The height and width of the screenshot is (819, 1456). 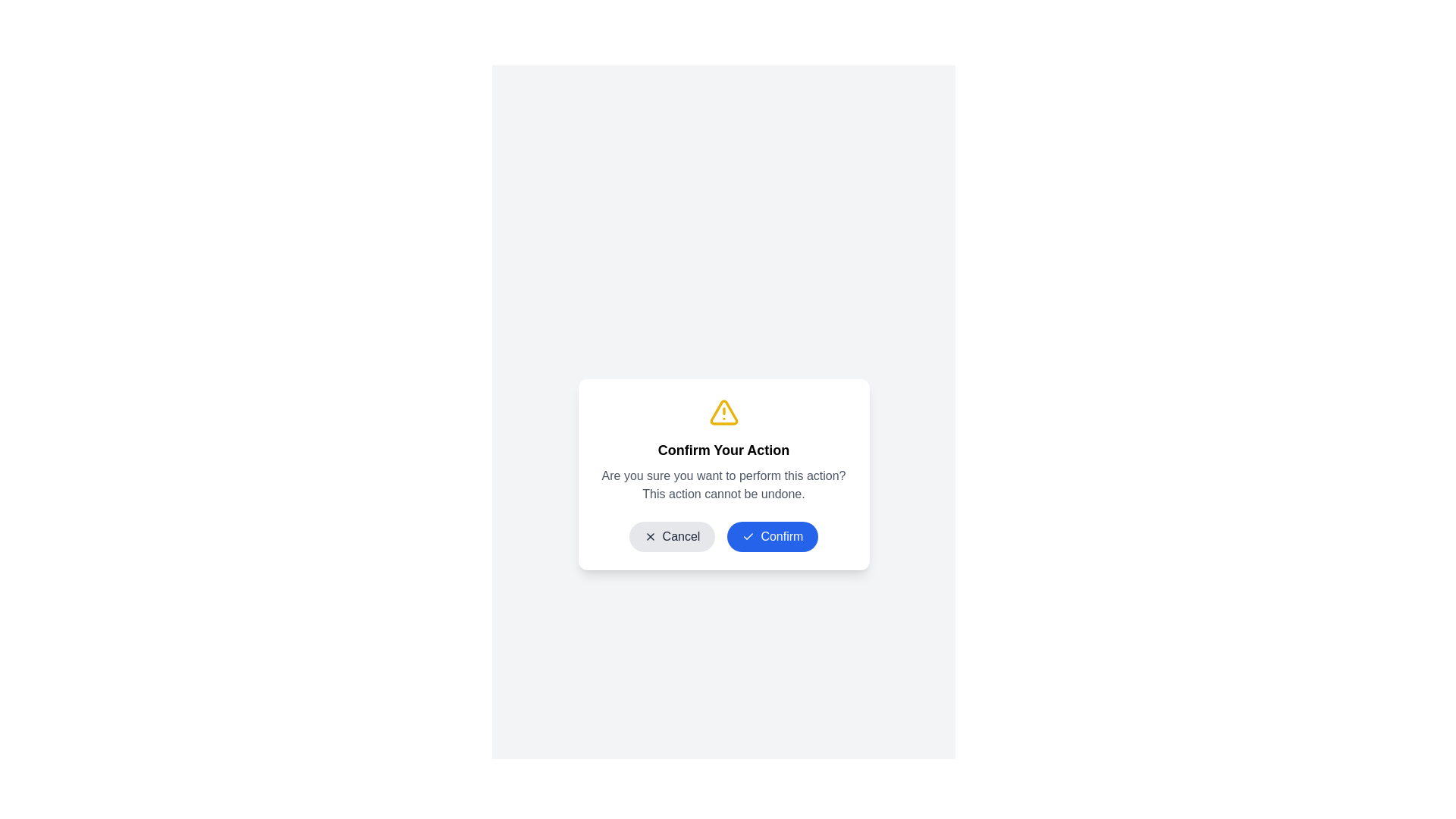 I want to click on the yellow triangular warning icon with an exclamation mark, located at the top center of the modal dialog box, positioned above the header text 'Confirm Your Action', so click(x=723, y=412).